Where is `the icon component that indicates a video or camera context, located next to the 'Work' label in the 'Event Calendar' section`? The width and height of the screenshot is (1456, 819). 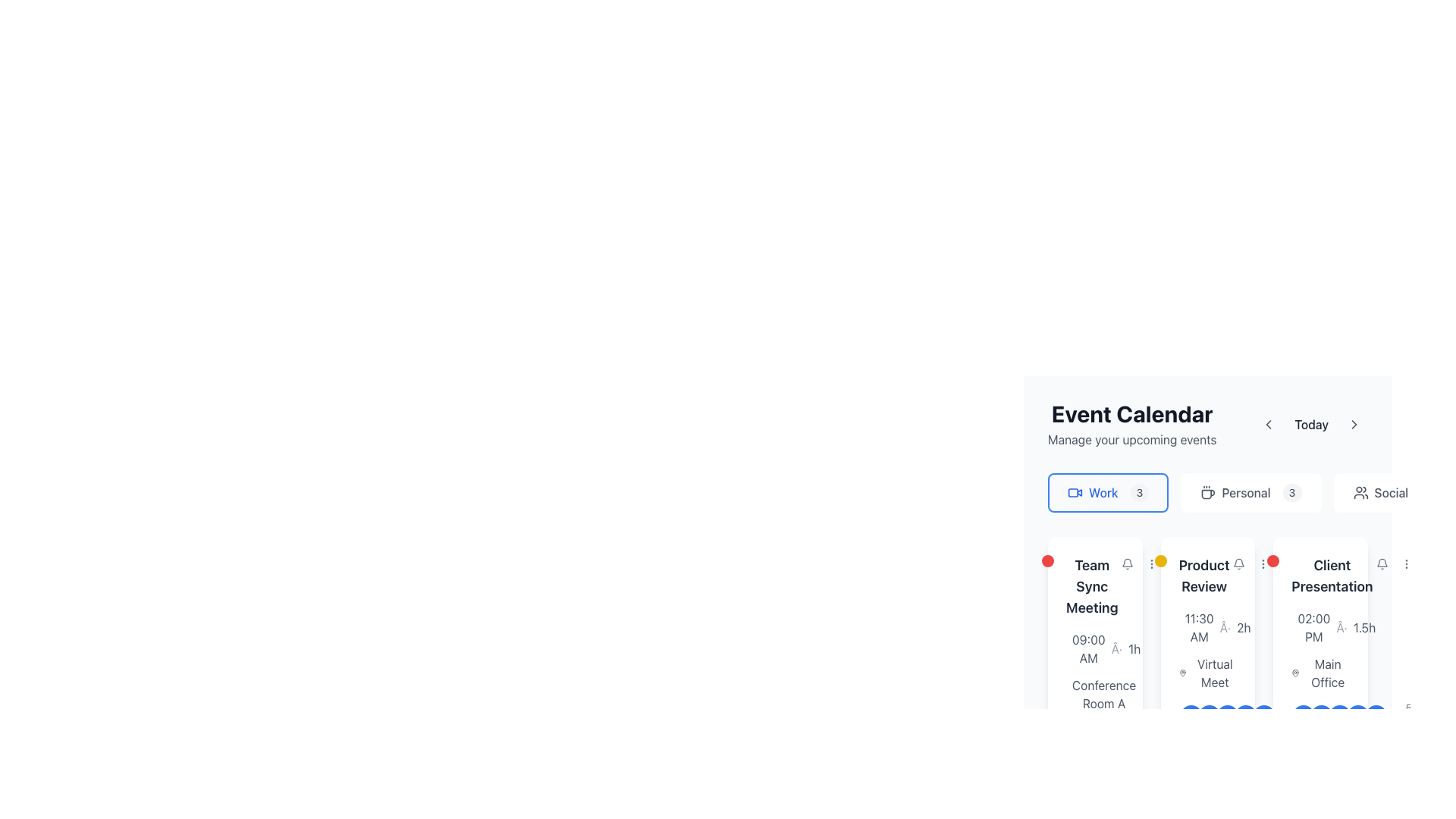
the icon component that indicates a video or camera context, located next to the 'Work' label in the 'Event Calendar' section is located at coordinates (1072, 493).